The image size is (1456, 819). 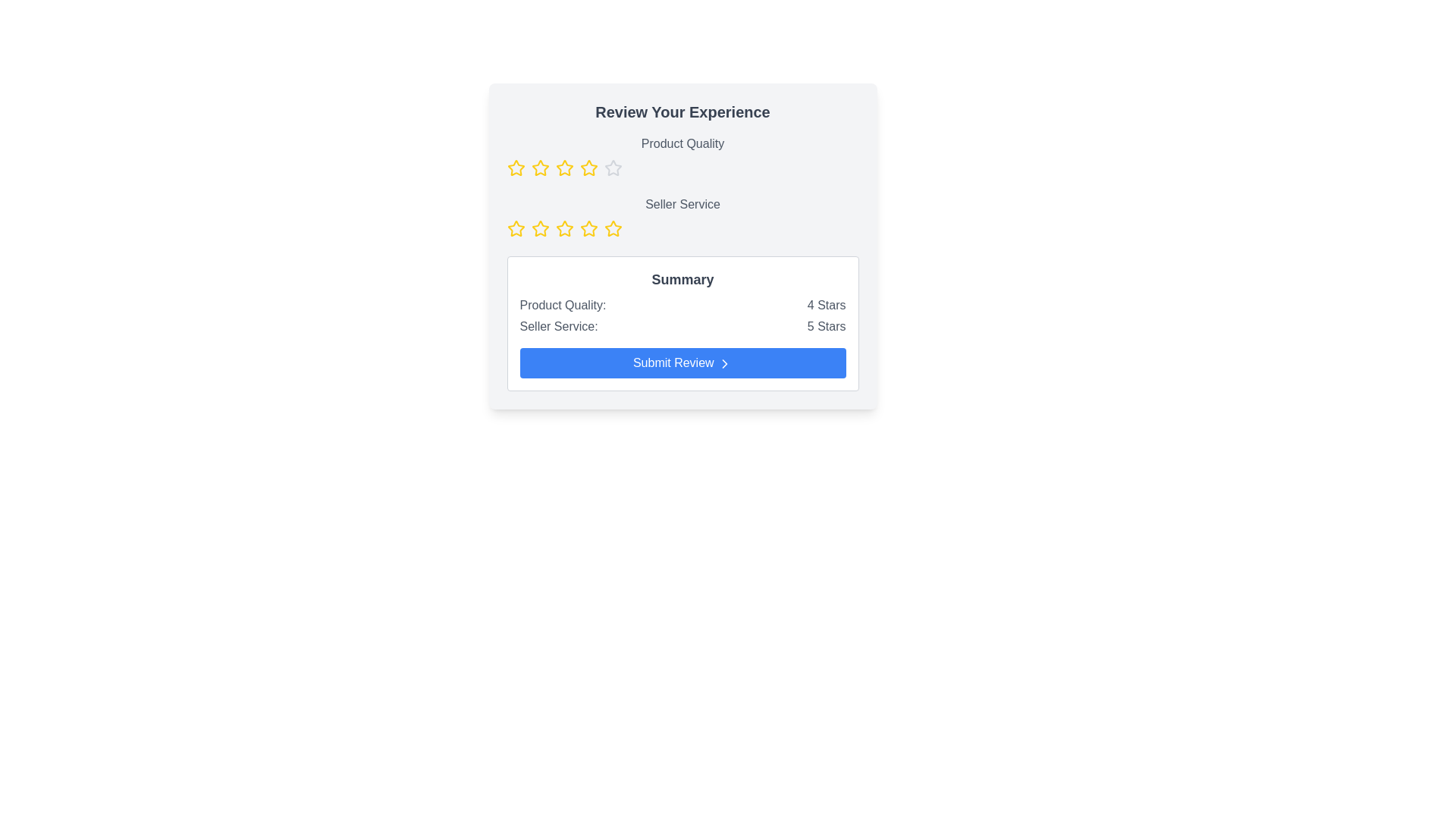 What do you see at coordinates (682, 155) in the screenshot?
I see `the 'Product Quality' text label located above the star rating row in the 'Review Your Experience' card` at bounding box center [682, 155].